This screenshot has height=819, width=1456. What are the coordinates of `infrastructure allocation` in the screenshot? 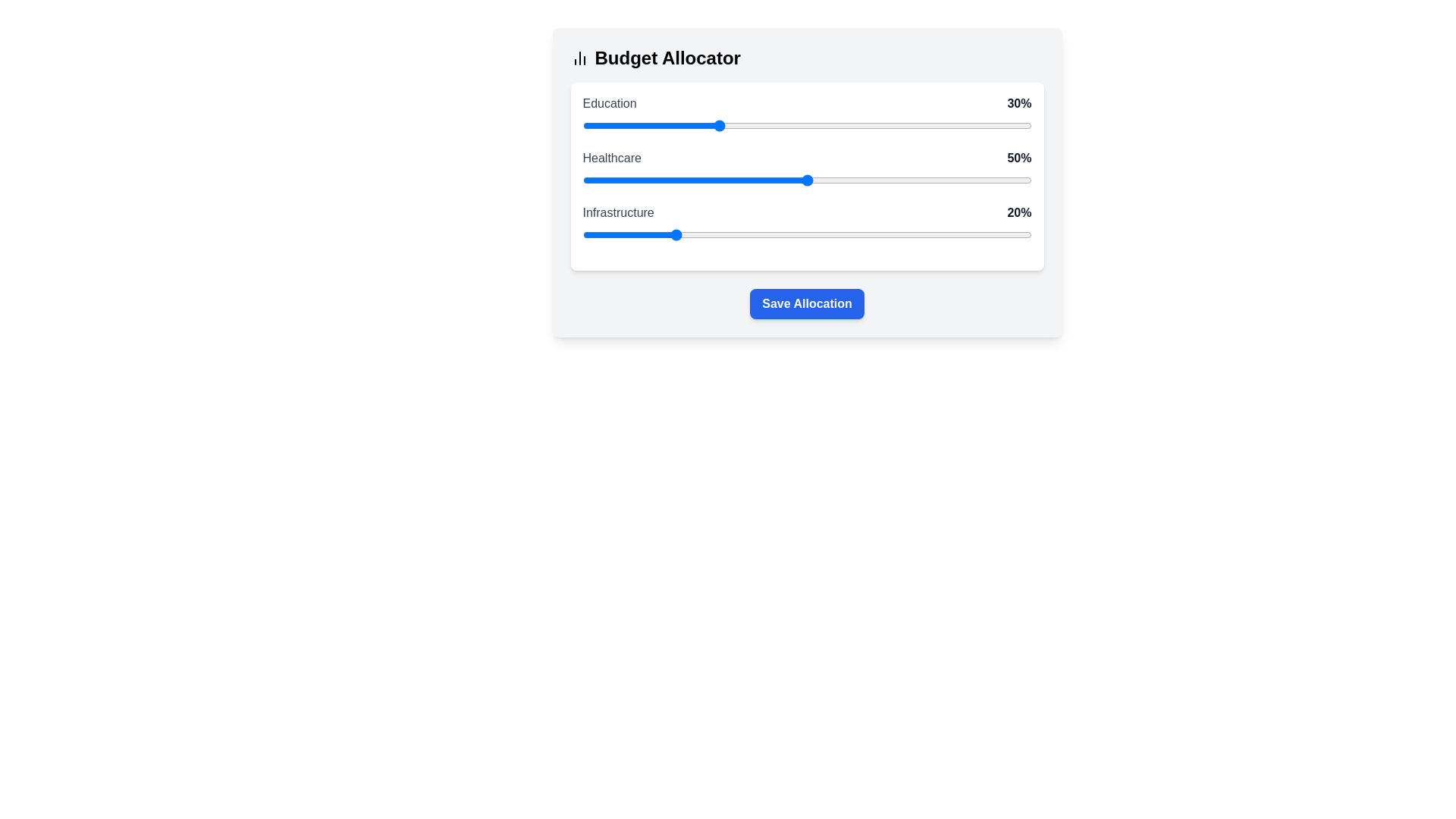 It's located at (717, 234).